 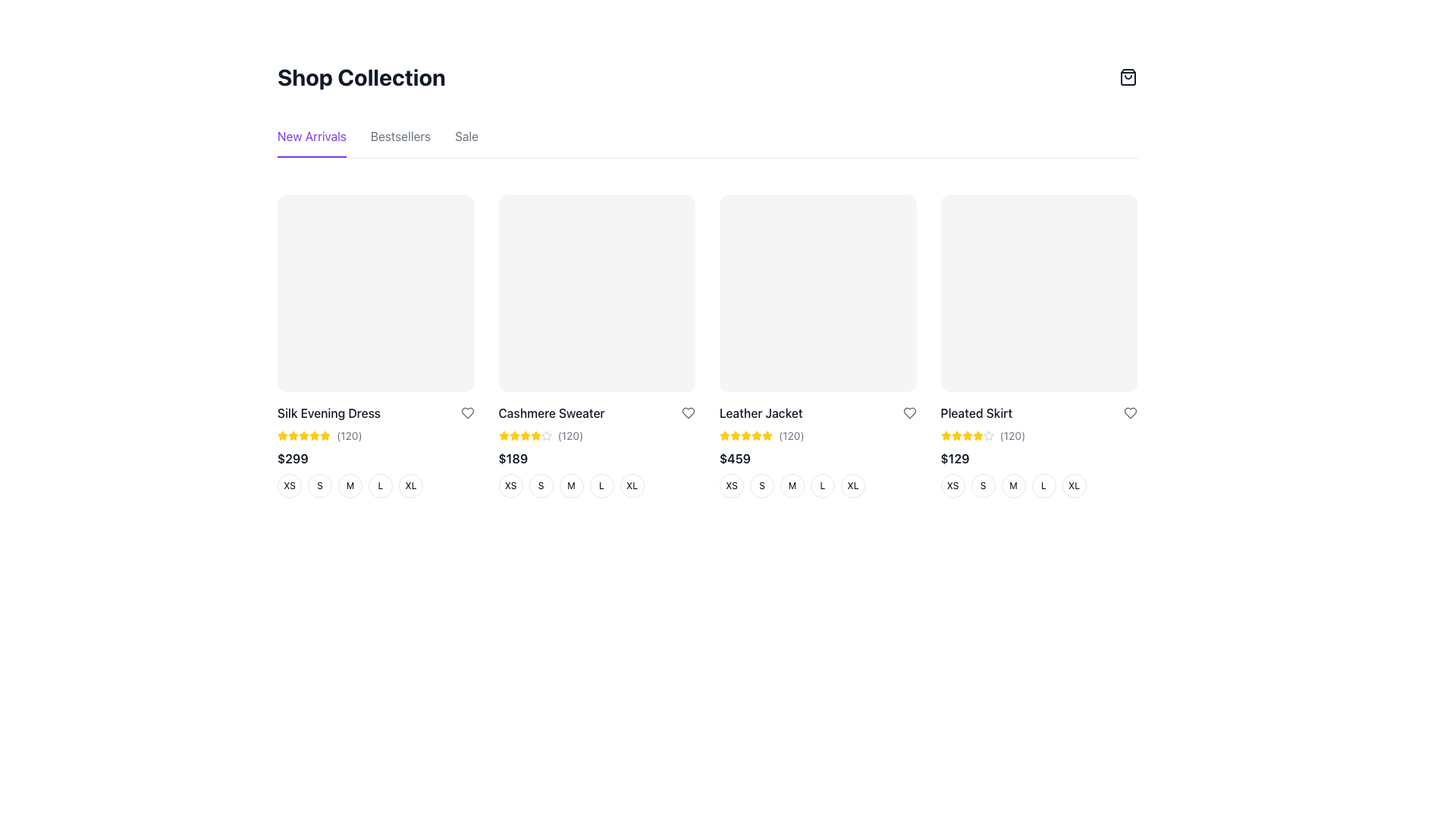 What do you see at coordinates (328, 413) in the screenshot?
I see `the Text Label that displays the product name 'Silk Evening Dress', located below the image placeholder and above pricing and size options in the product grid` at bounding box center [328, 413].